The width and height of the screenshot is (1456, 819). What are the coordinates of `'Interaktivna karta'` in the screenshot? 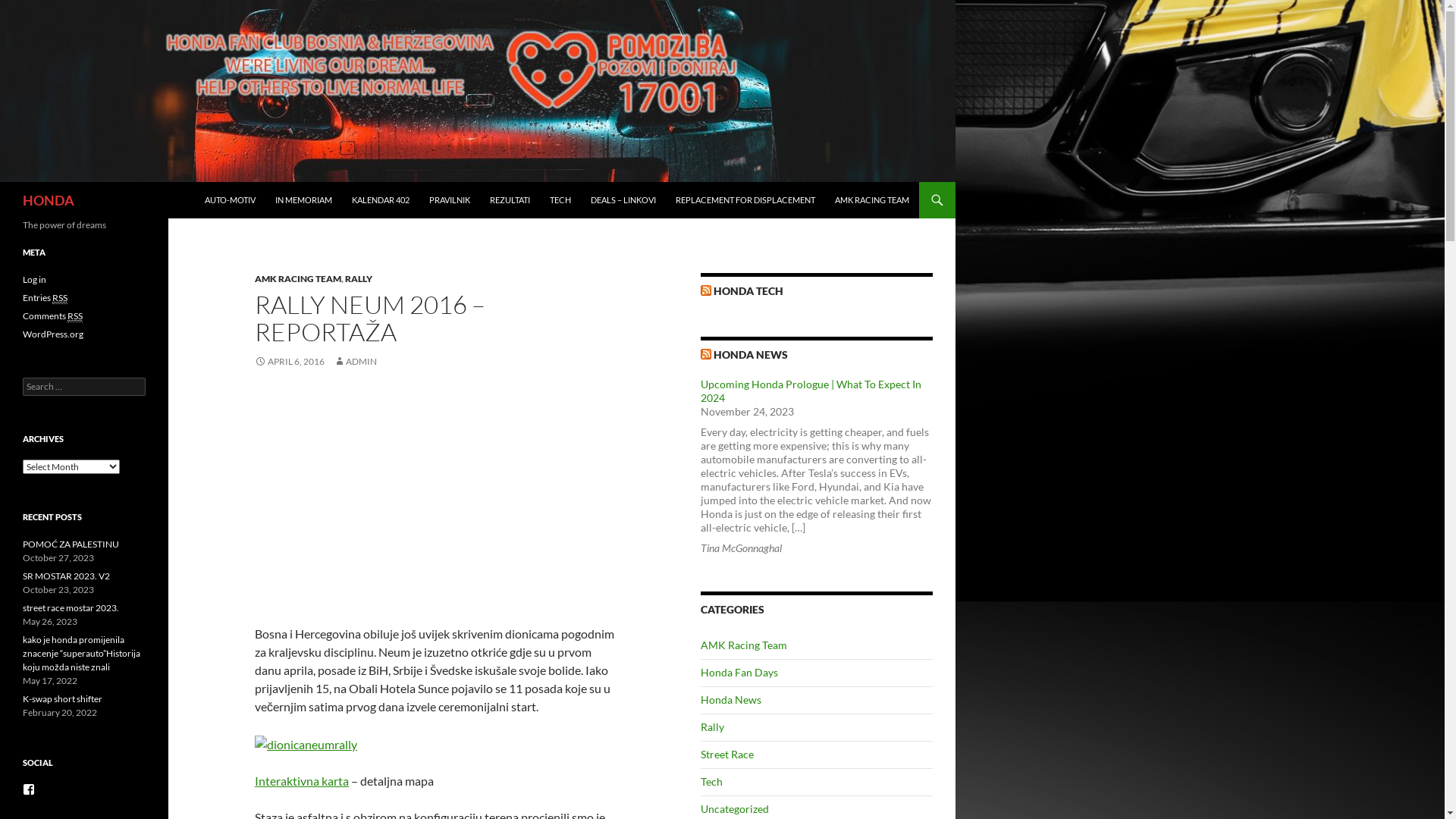 It's located at (302, 780).